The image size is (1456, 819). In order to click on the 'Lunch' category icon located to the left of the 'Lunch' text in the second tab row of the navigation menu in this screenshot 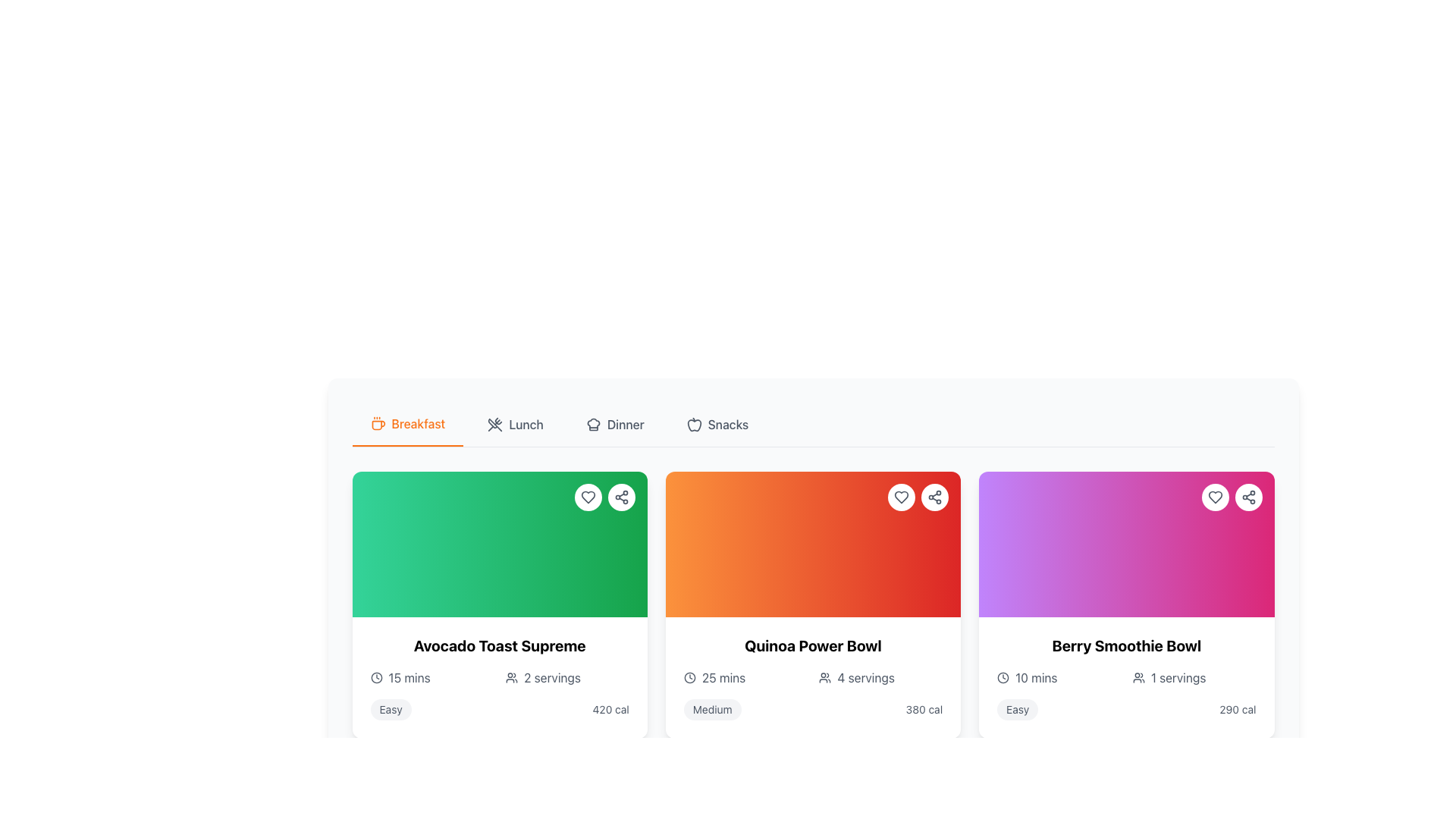, I will do `click(495, 424)`.